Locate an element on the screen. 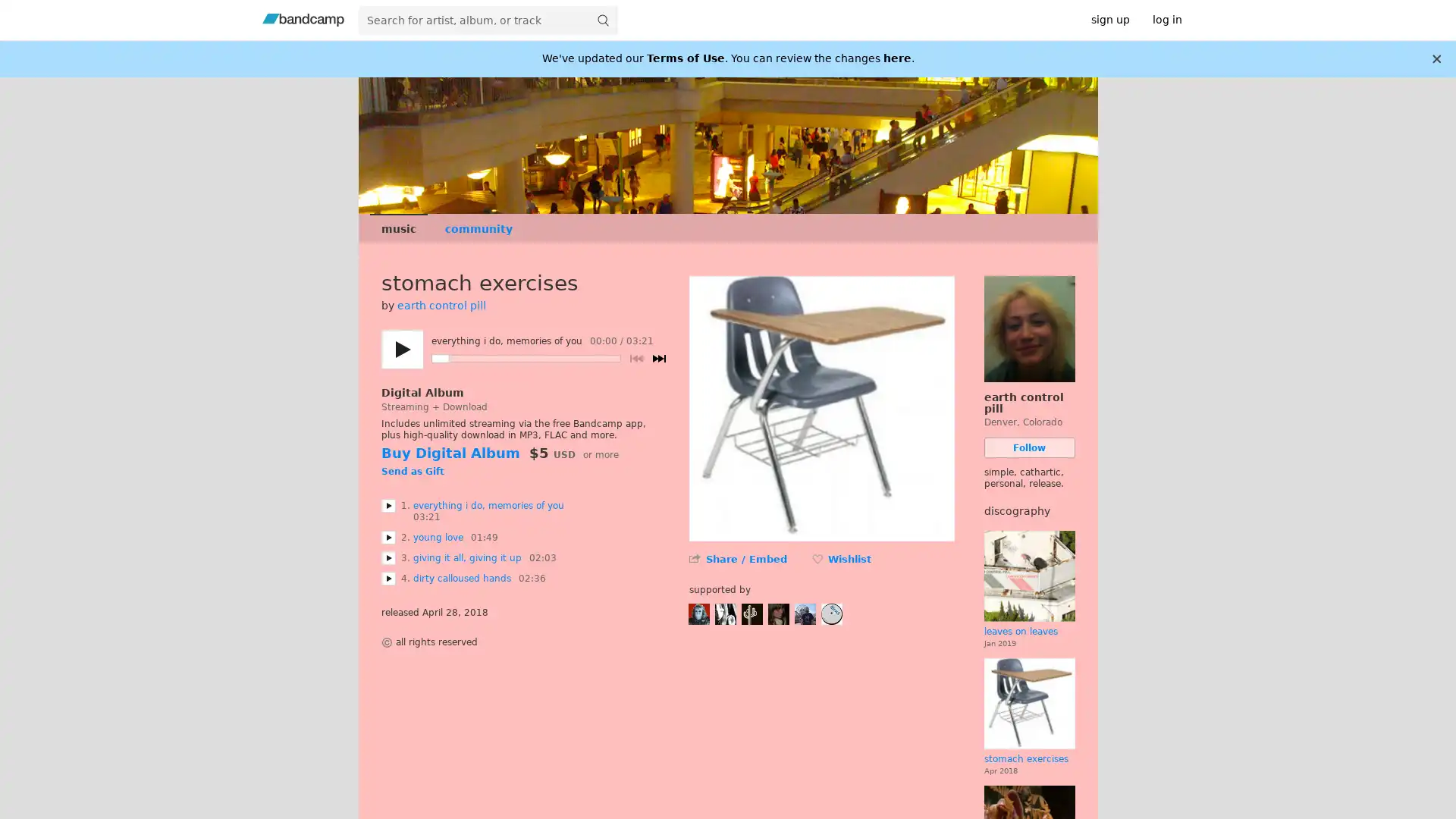 The image size is (1456, 819). Previous track is located at coordinates (635, 359).